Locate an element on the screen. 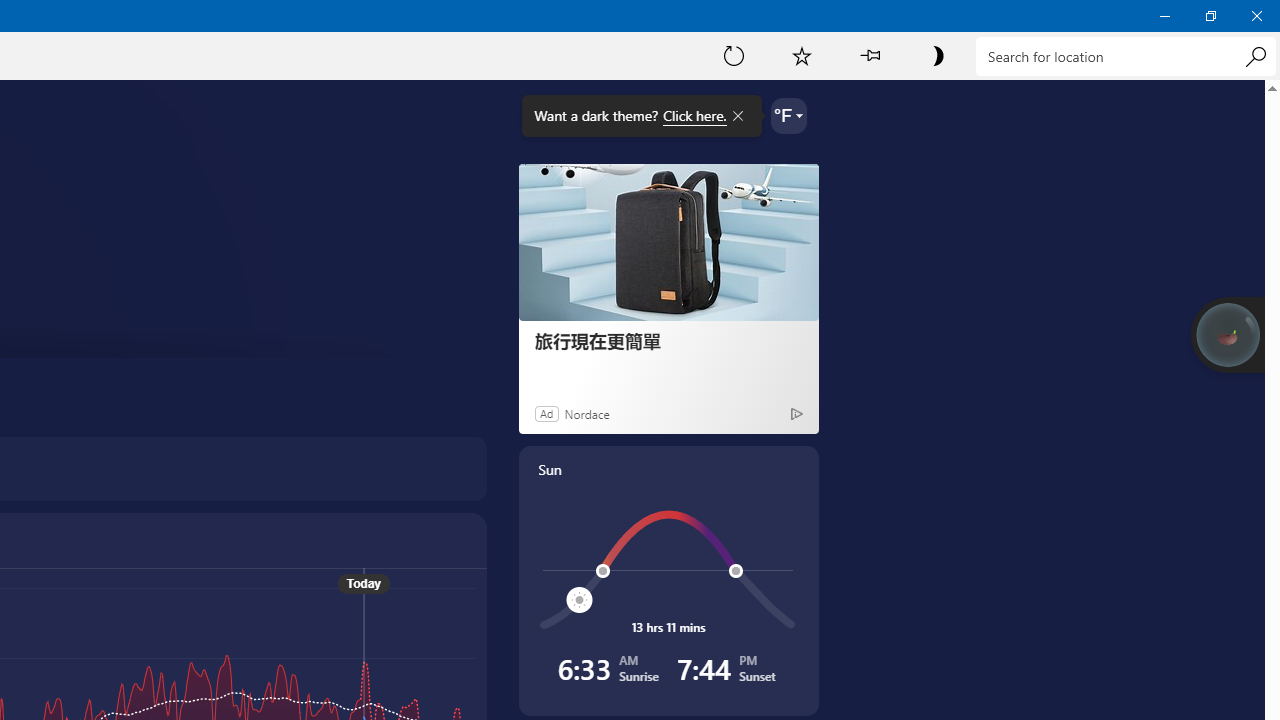 The height and width of the screenshot is (720, 1280). 'Add to Favorites' is located at coordinates (801, 54).